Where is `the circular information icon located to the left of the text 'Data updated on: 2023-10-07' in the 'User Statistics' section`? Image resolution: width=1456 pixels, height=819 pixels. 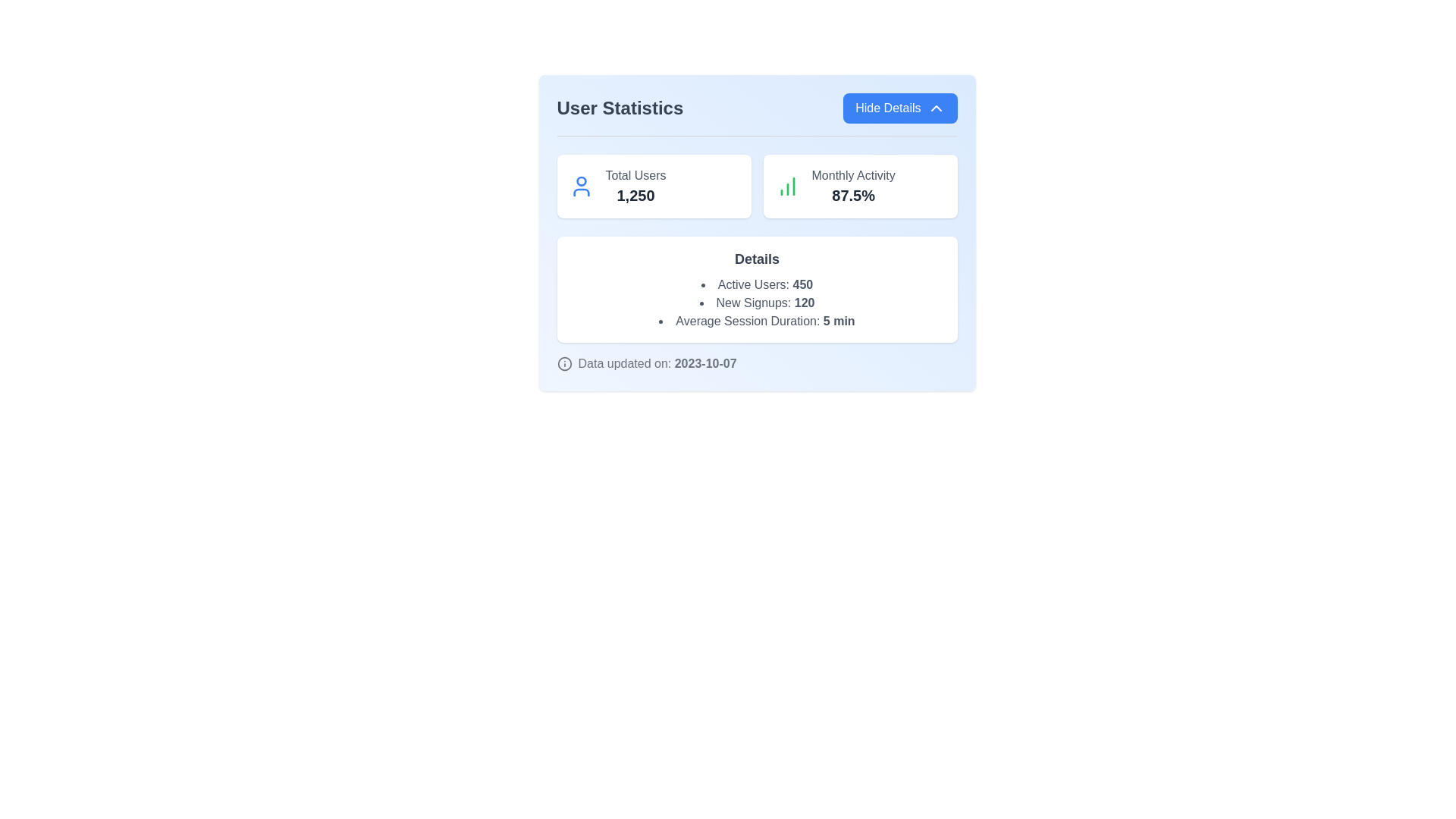 the circular information icon located to the left of the text 'Data updated on: 2023-10-07' in the 'User Statistics' section is located at coordinates (563, 363).